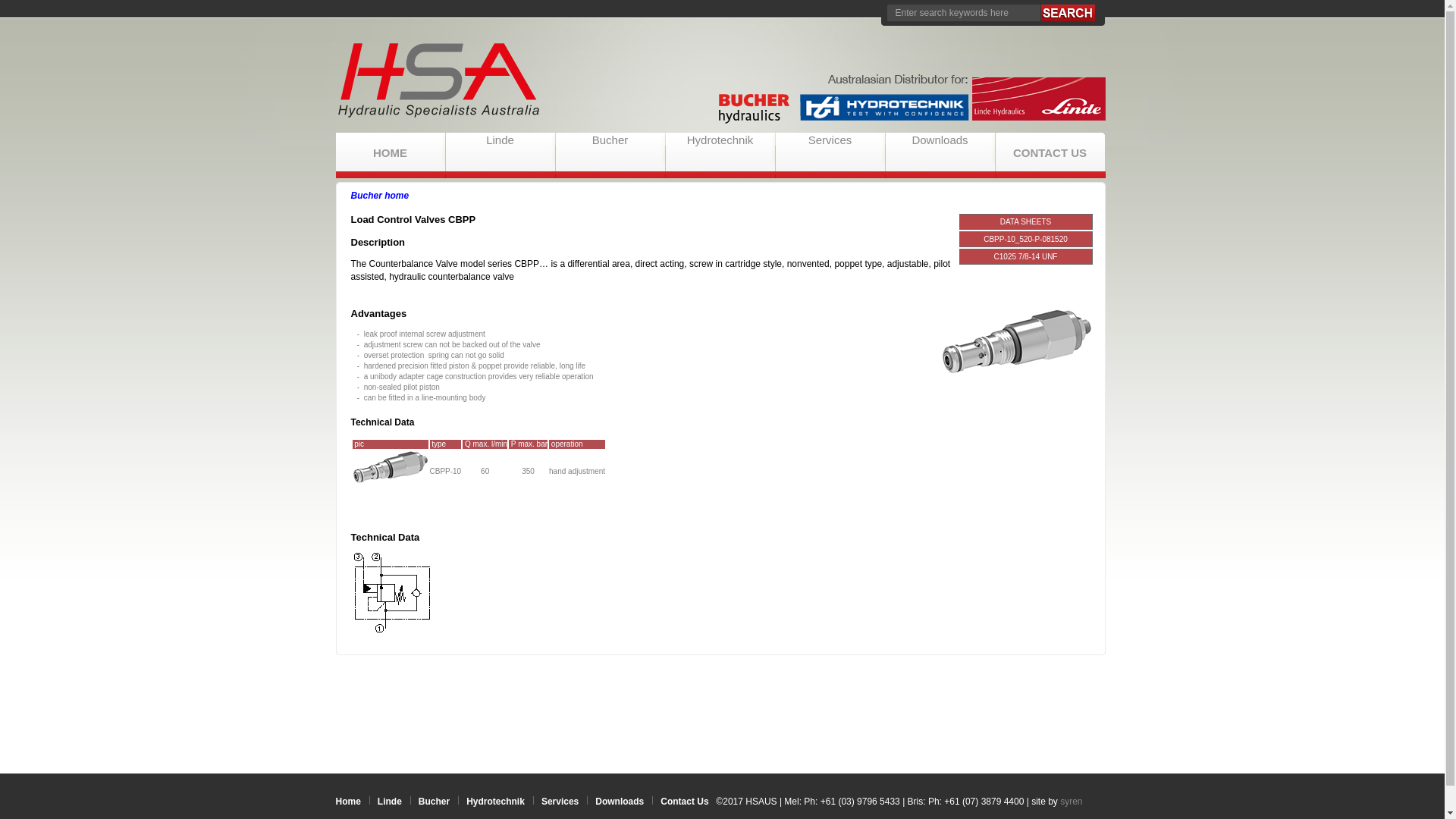 The width and height of the screenshot is (1456, 819). What do you see at coordinates (720, 82) in the screenshot?
I see `'HSAUS'` at bounding box center [720, 82].